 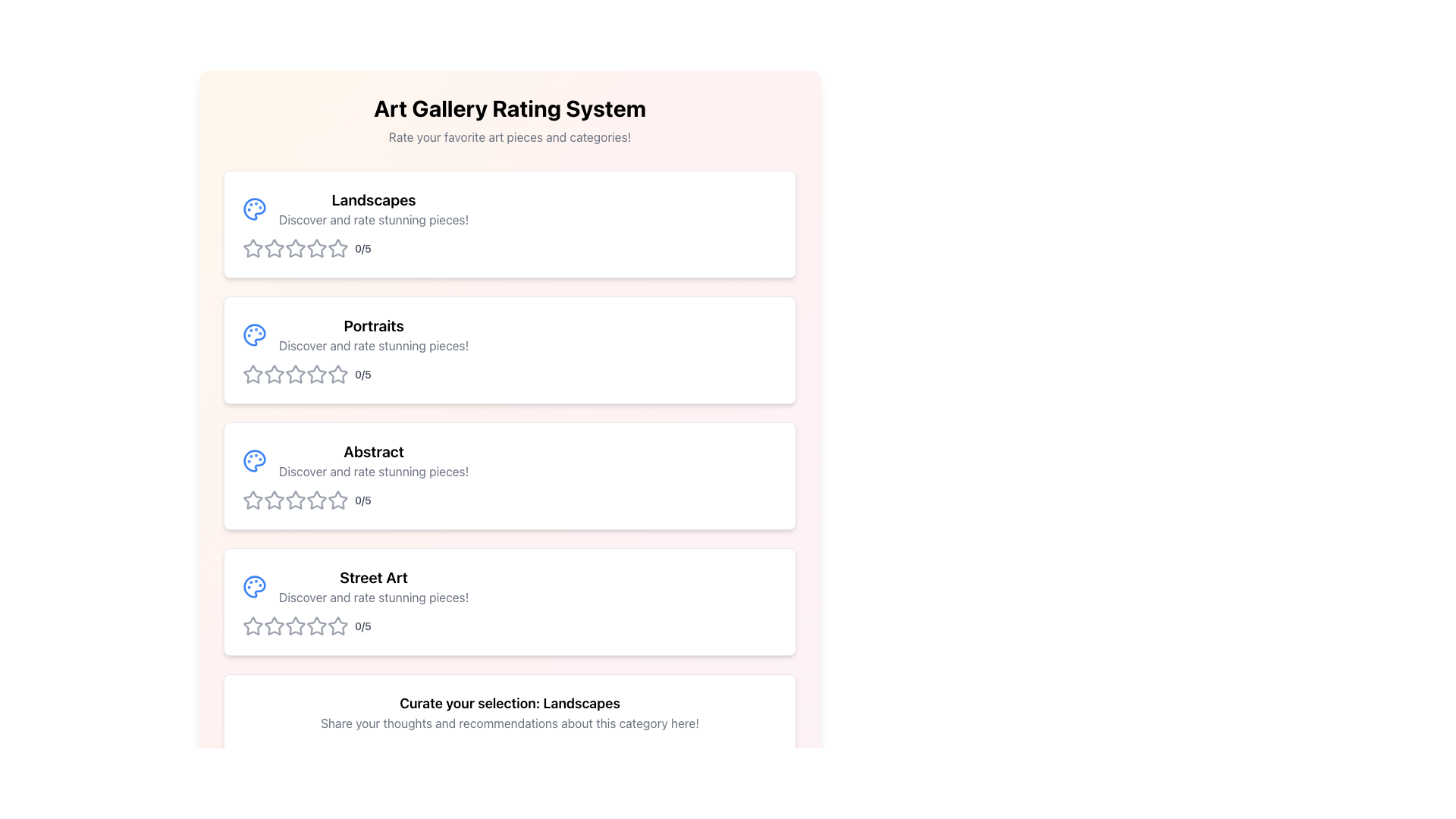 I want to click on the text label displaying the current rating for the 'Street Art' category, located in the bottom-right corner of the section next to the star icons, so click(x=362, y=626).